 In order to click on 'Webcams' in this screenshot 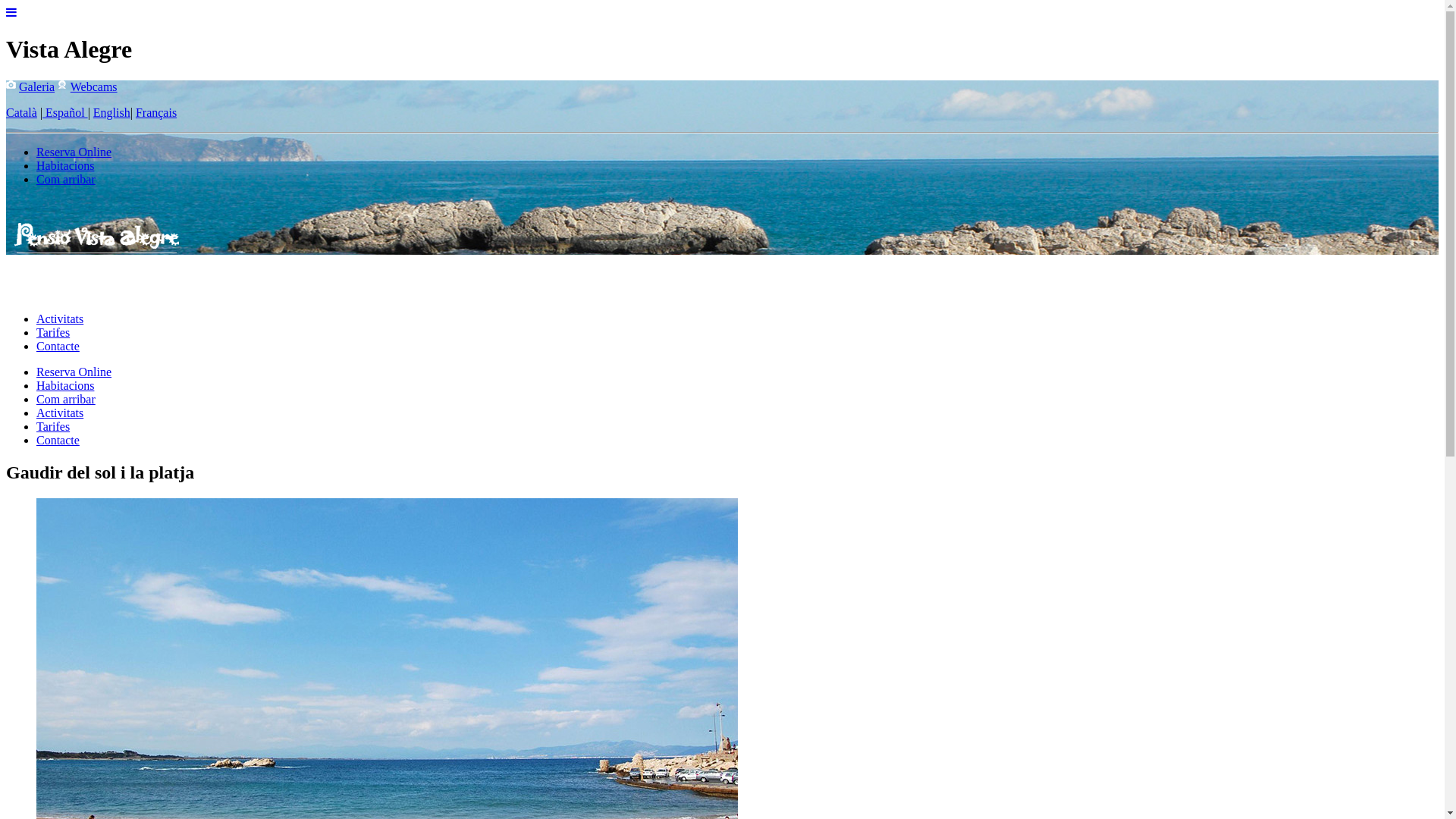, I will do `click(93, 86)`.